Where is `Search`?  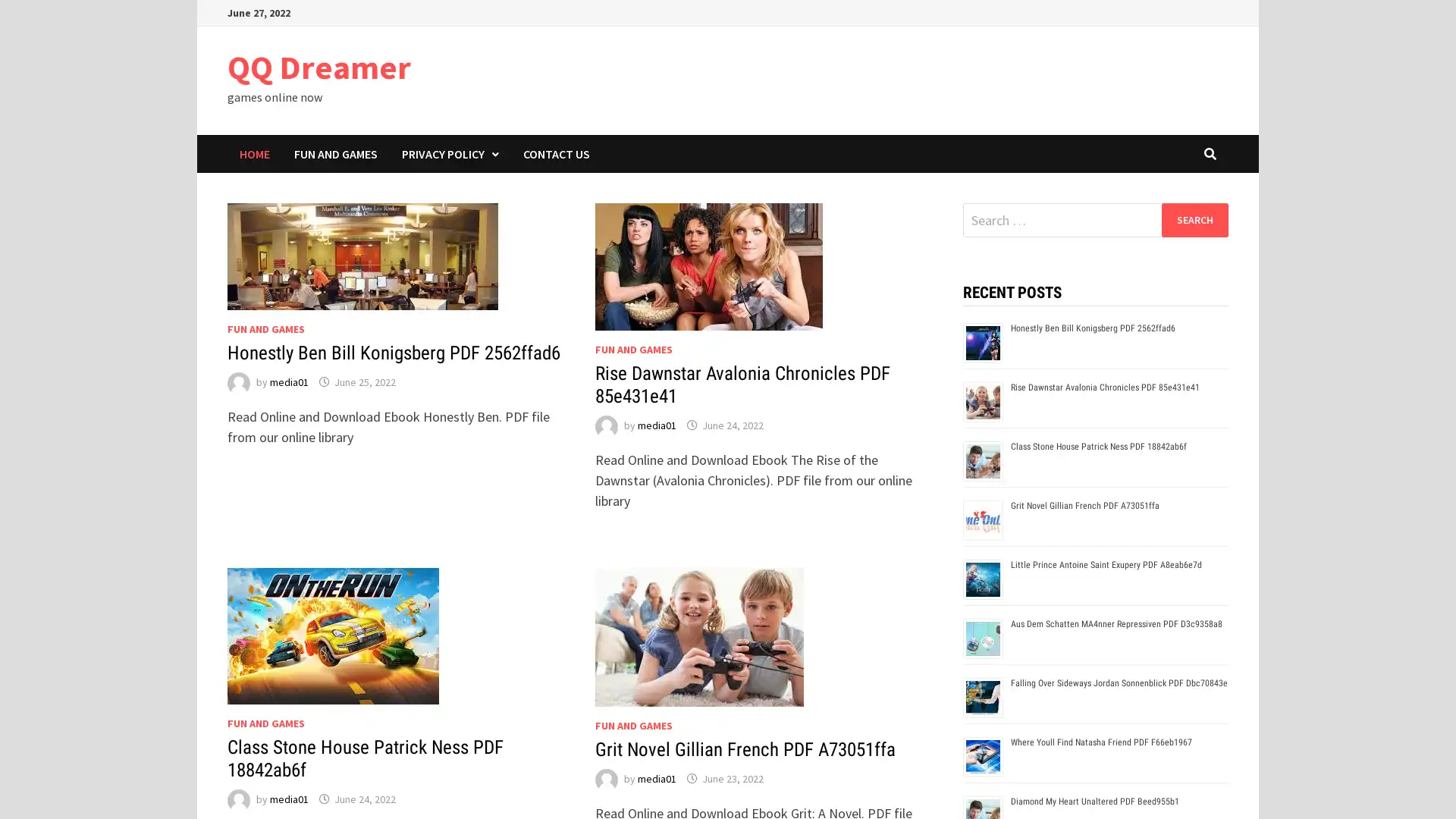
Search is located at coordinates (1194, 219).